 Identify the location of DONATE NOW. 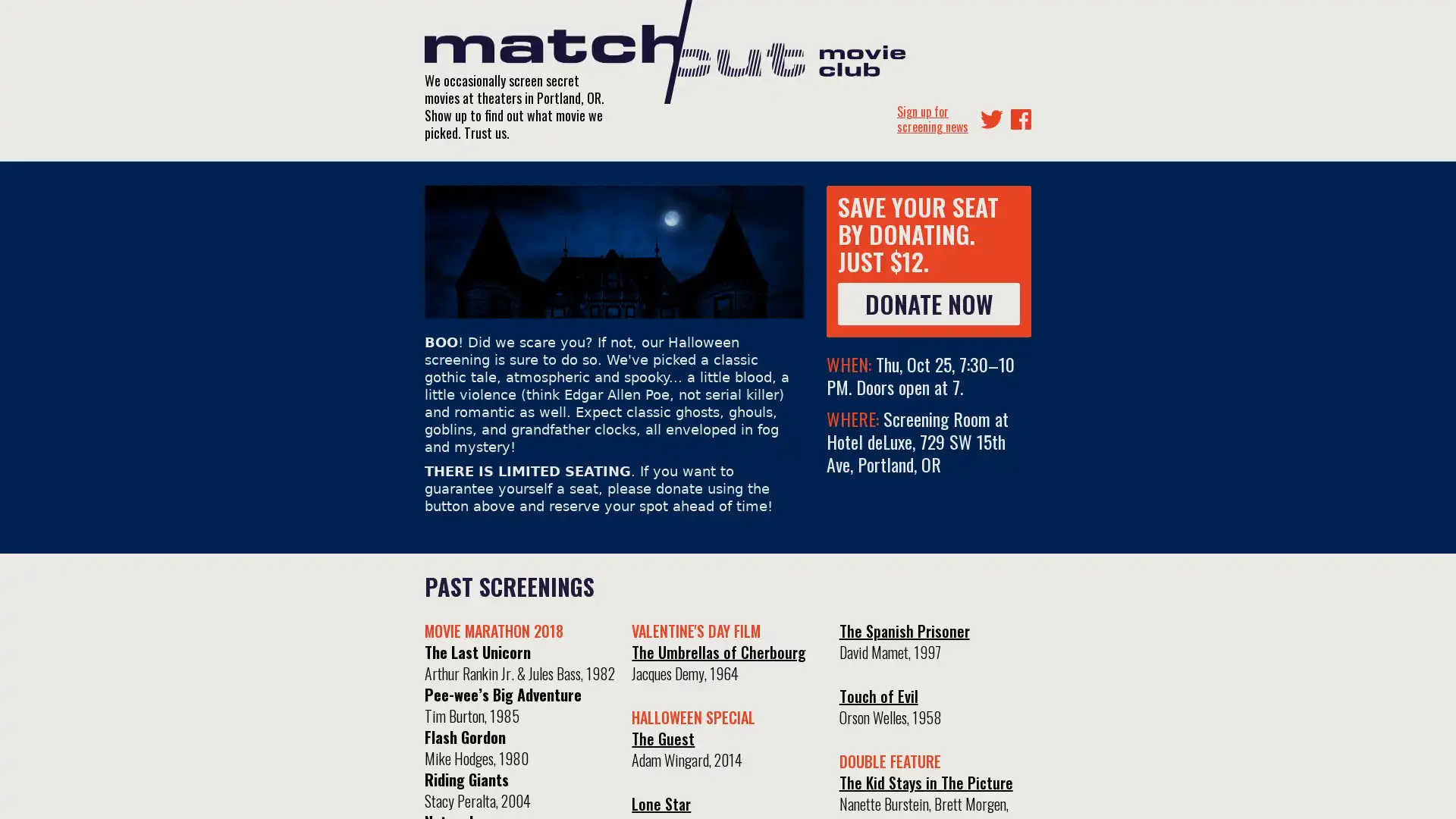
(927, 304).